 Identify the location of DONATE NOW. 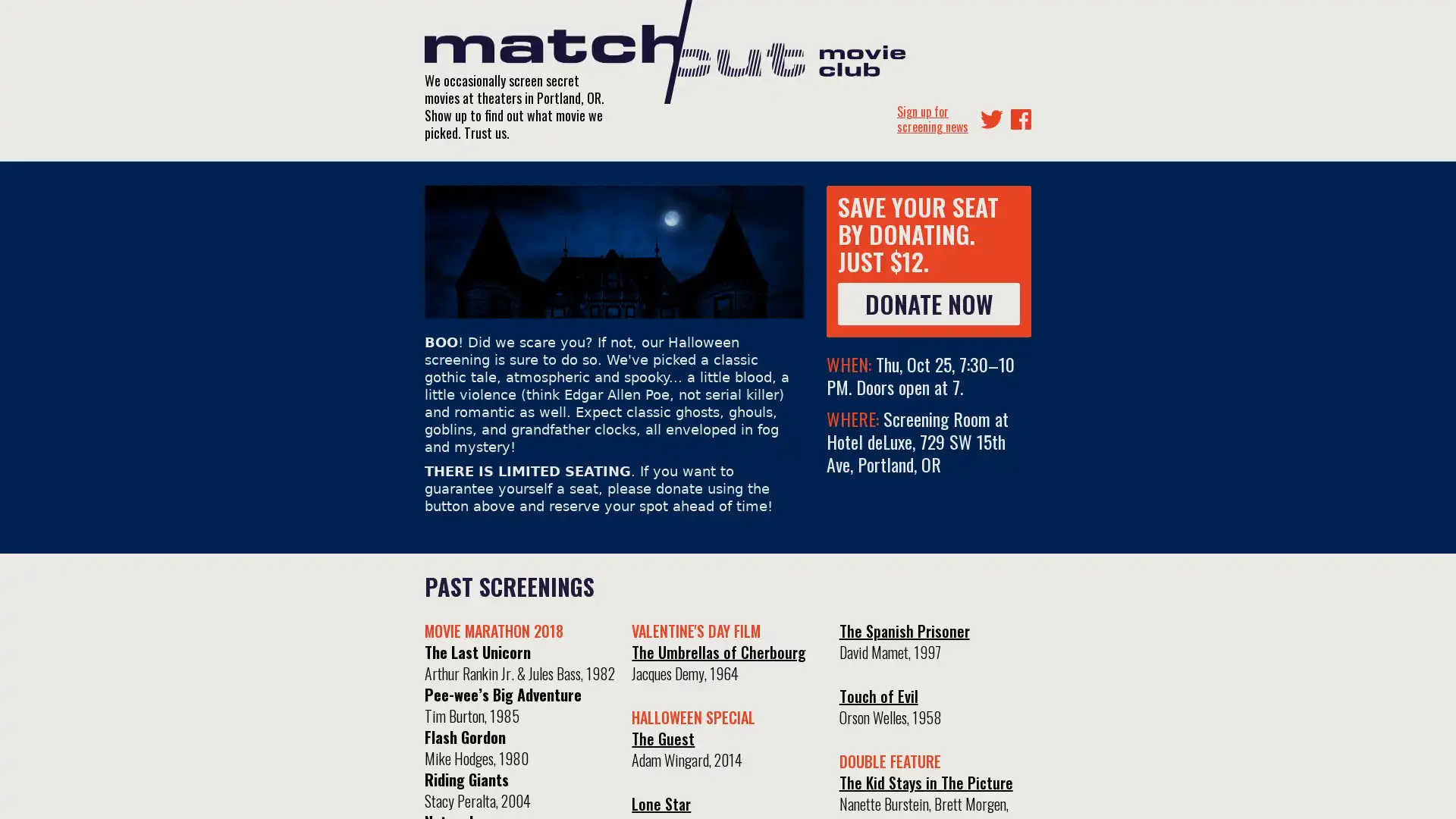
(927, 304).